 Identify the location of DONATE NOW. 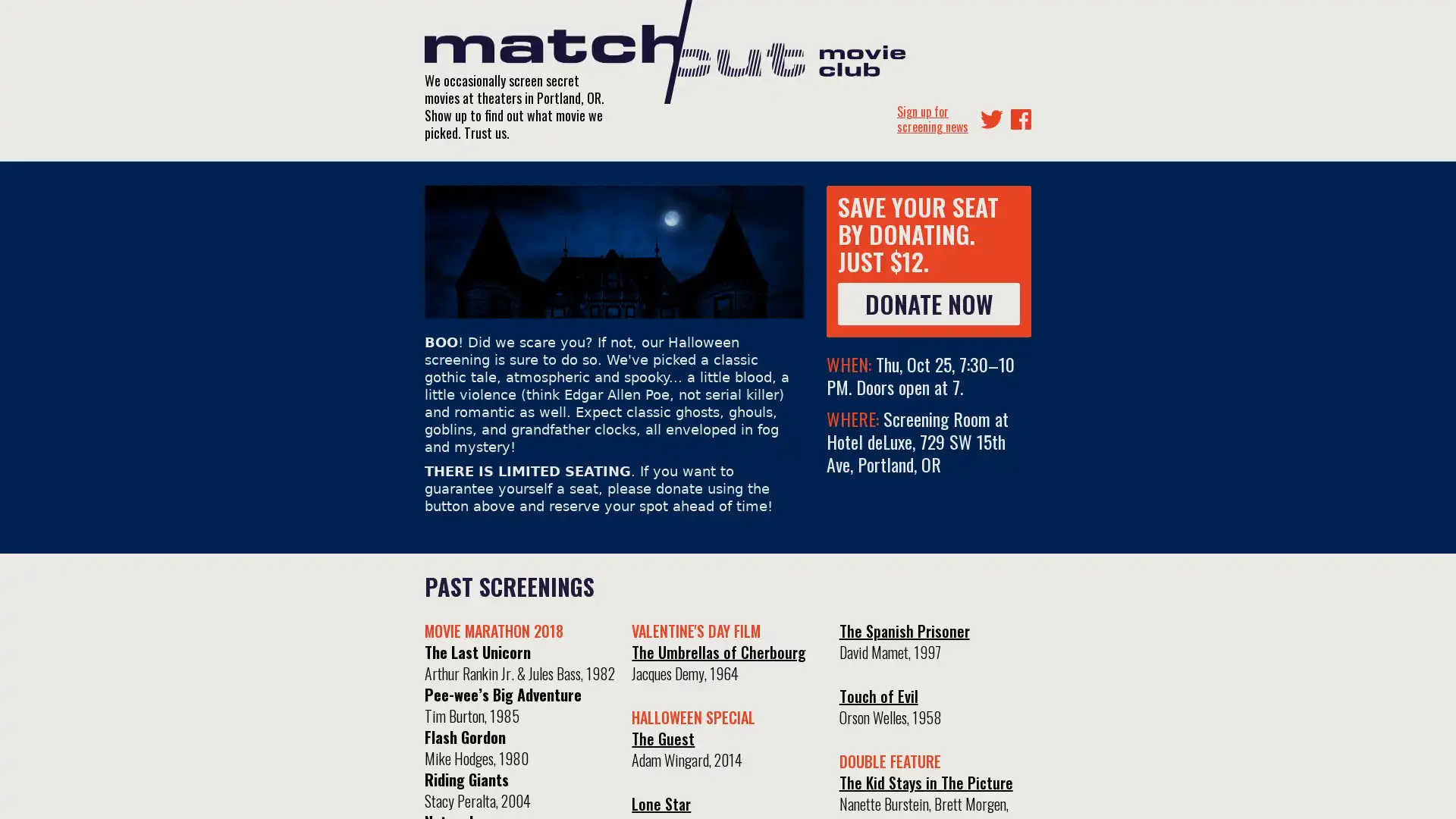
(927, 304).